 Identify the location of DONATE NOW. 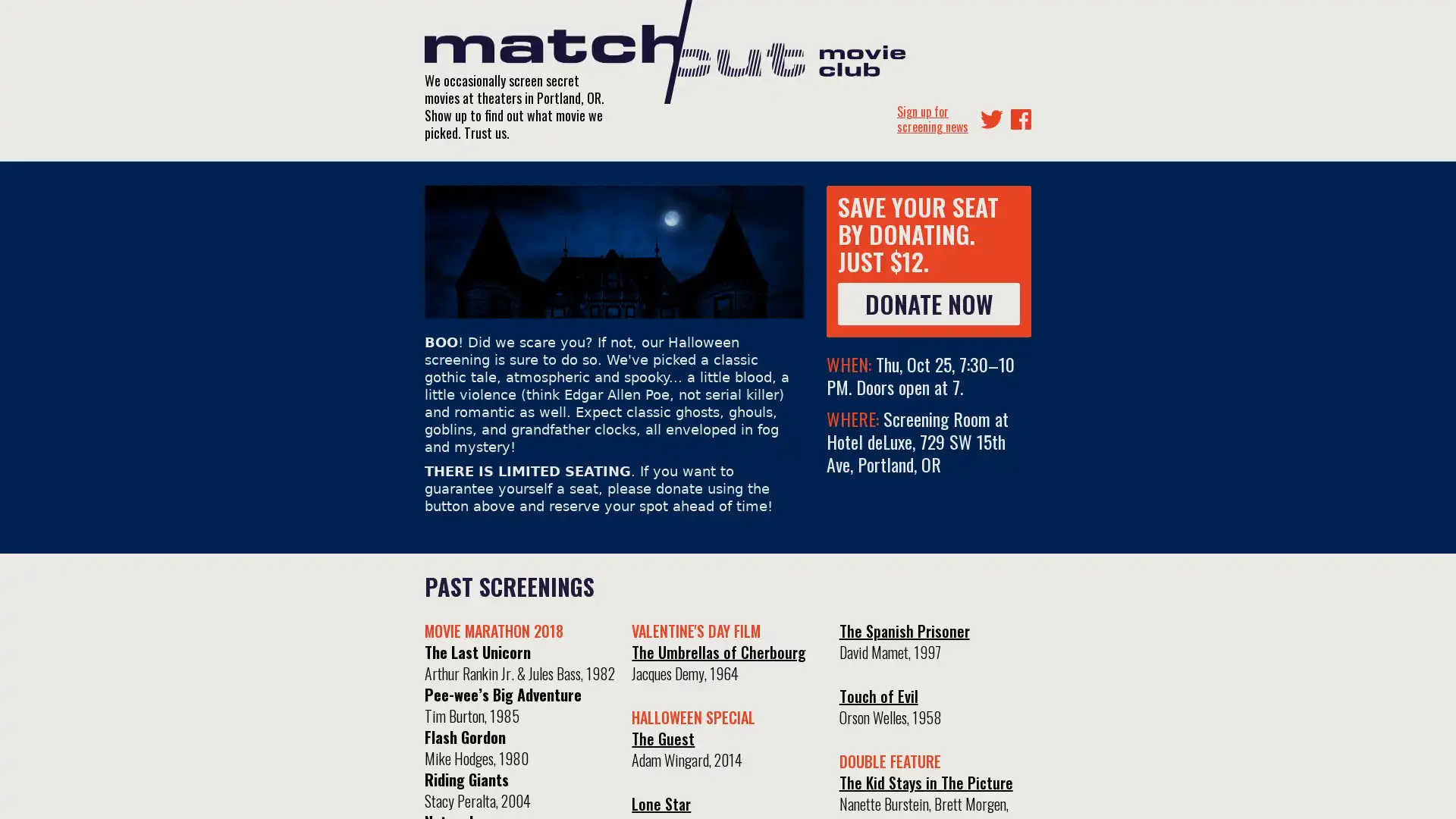
(927, 304).